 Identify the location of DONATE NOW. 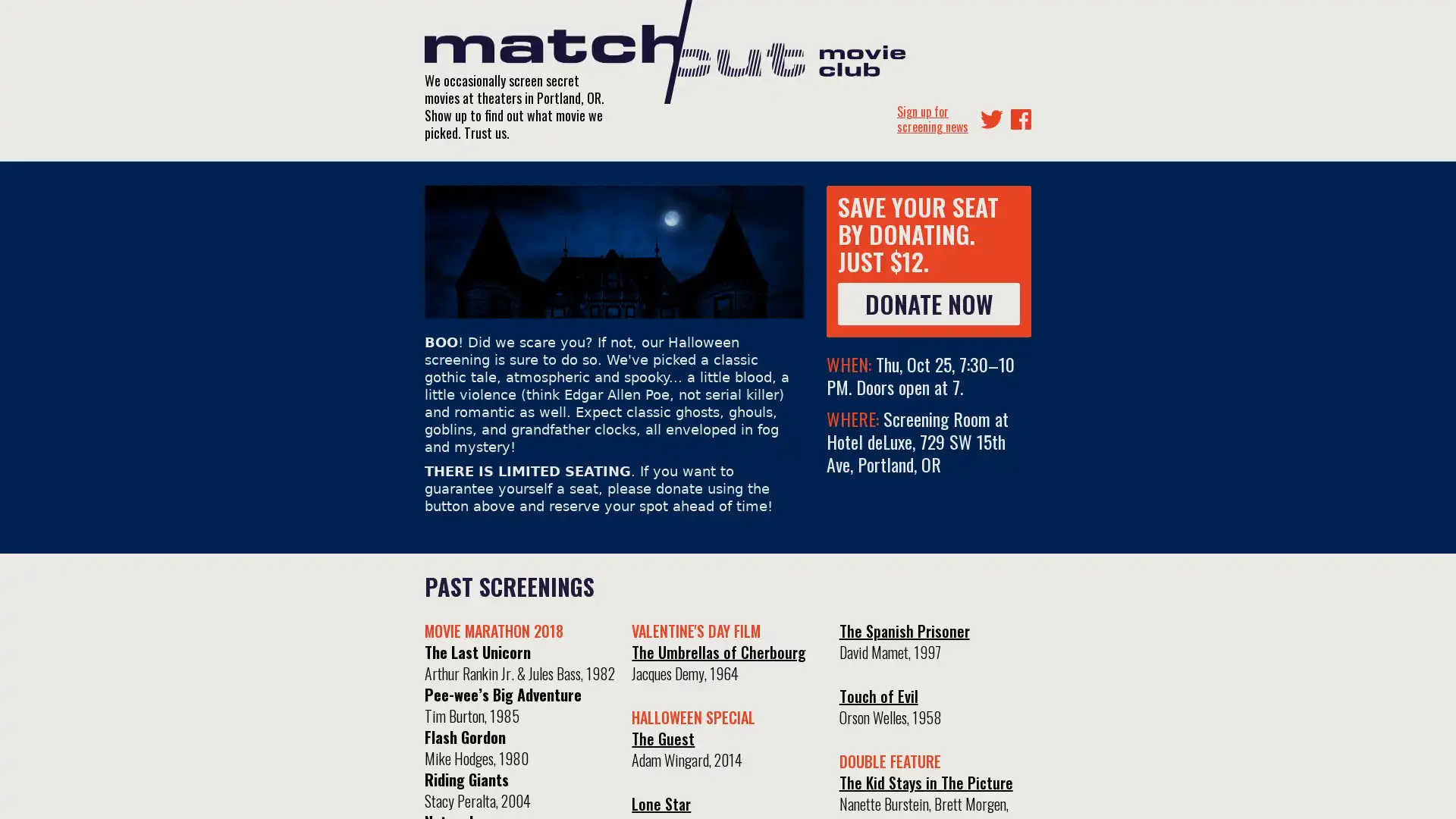
(927, 304).